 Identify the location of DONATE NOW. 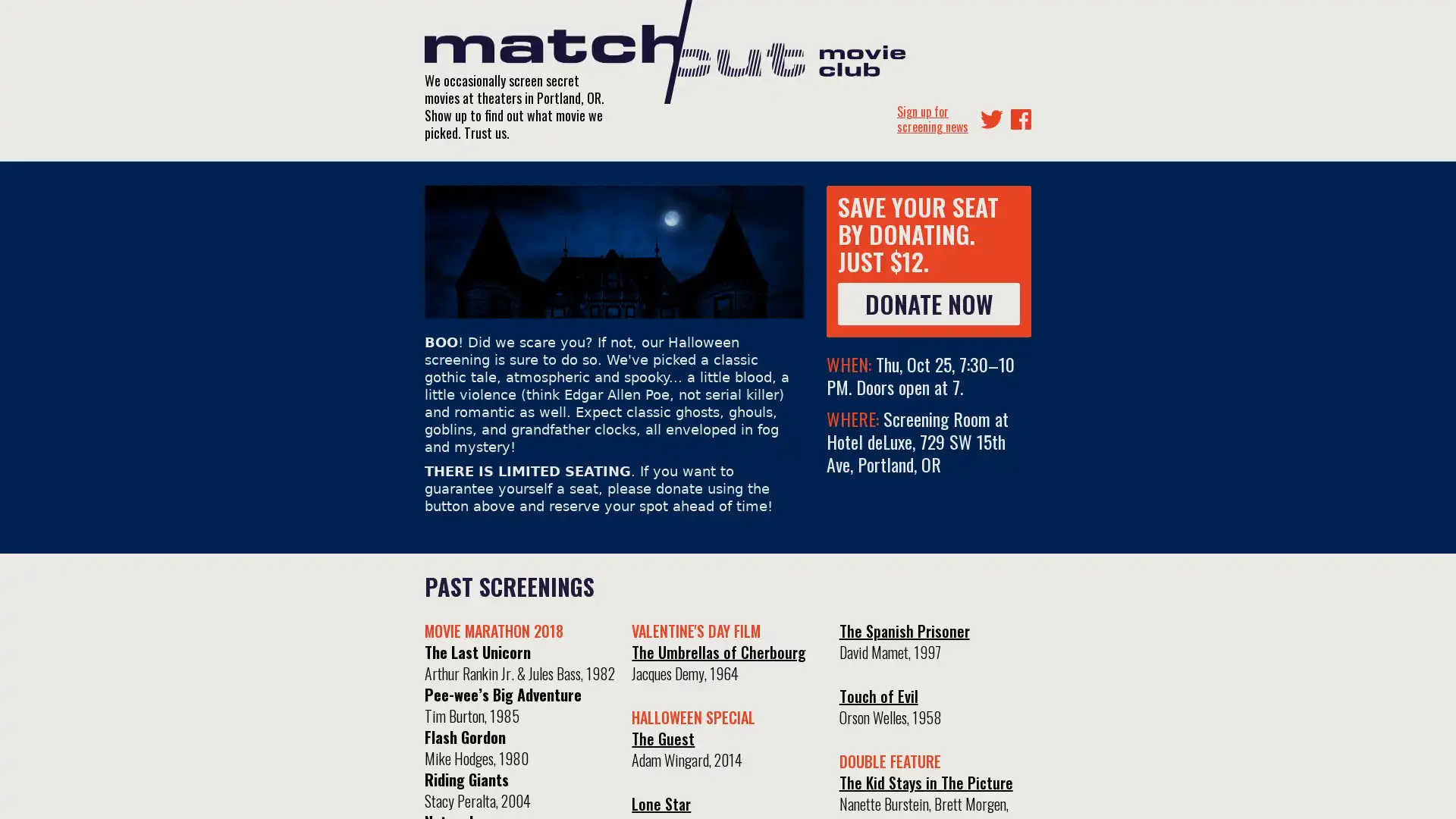
(927, 304).